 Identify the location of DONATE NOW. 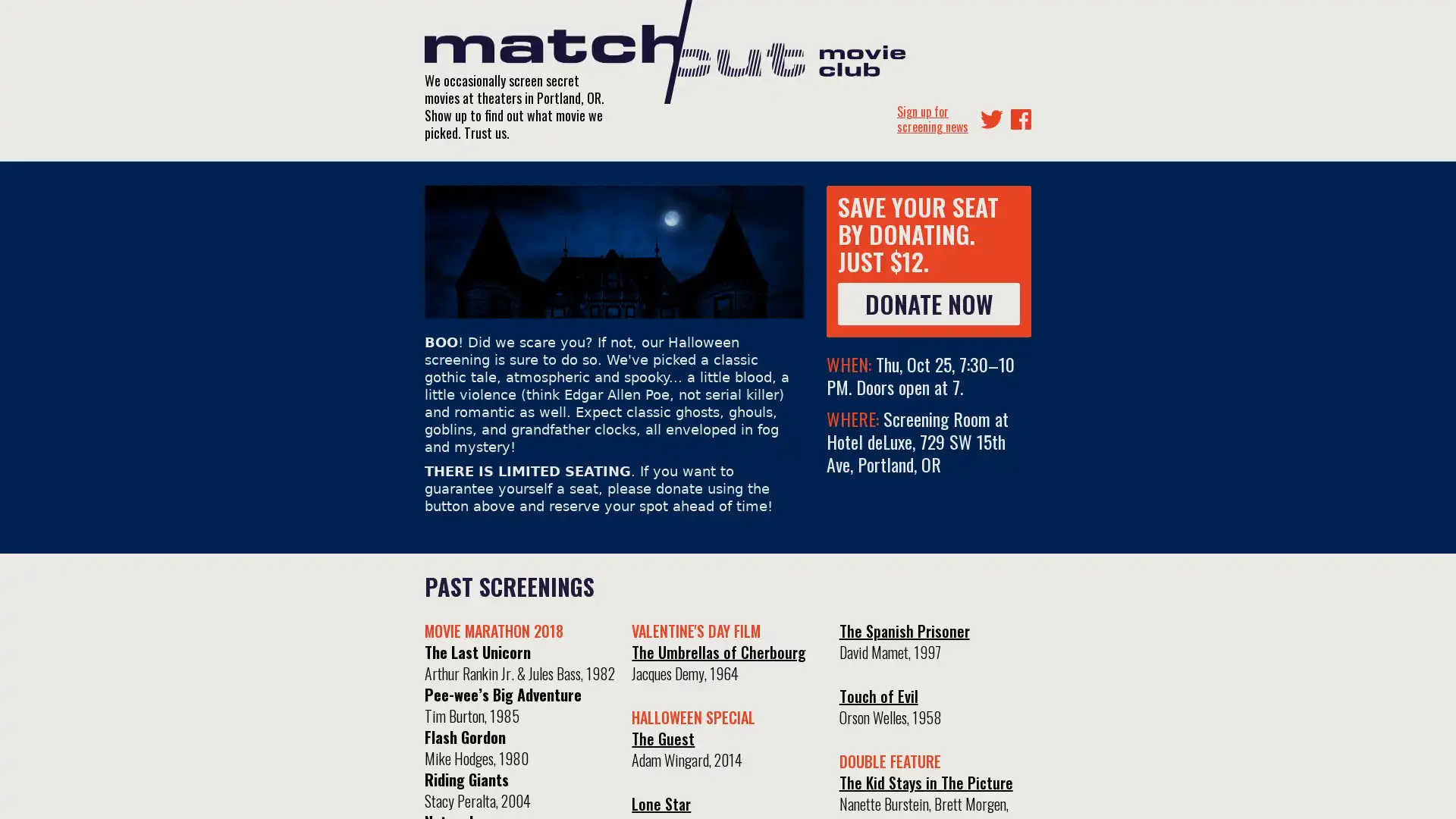
(927, 304).